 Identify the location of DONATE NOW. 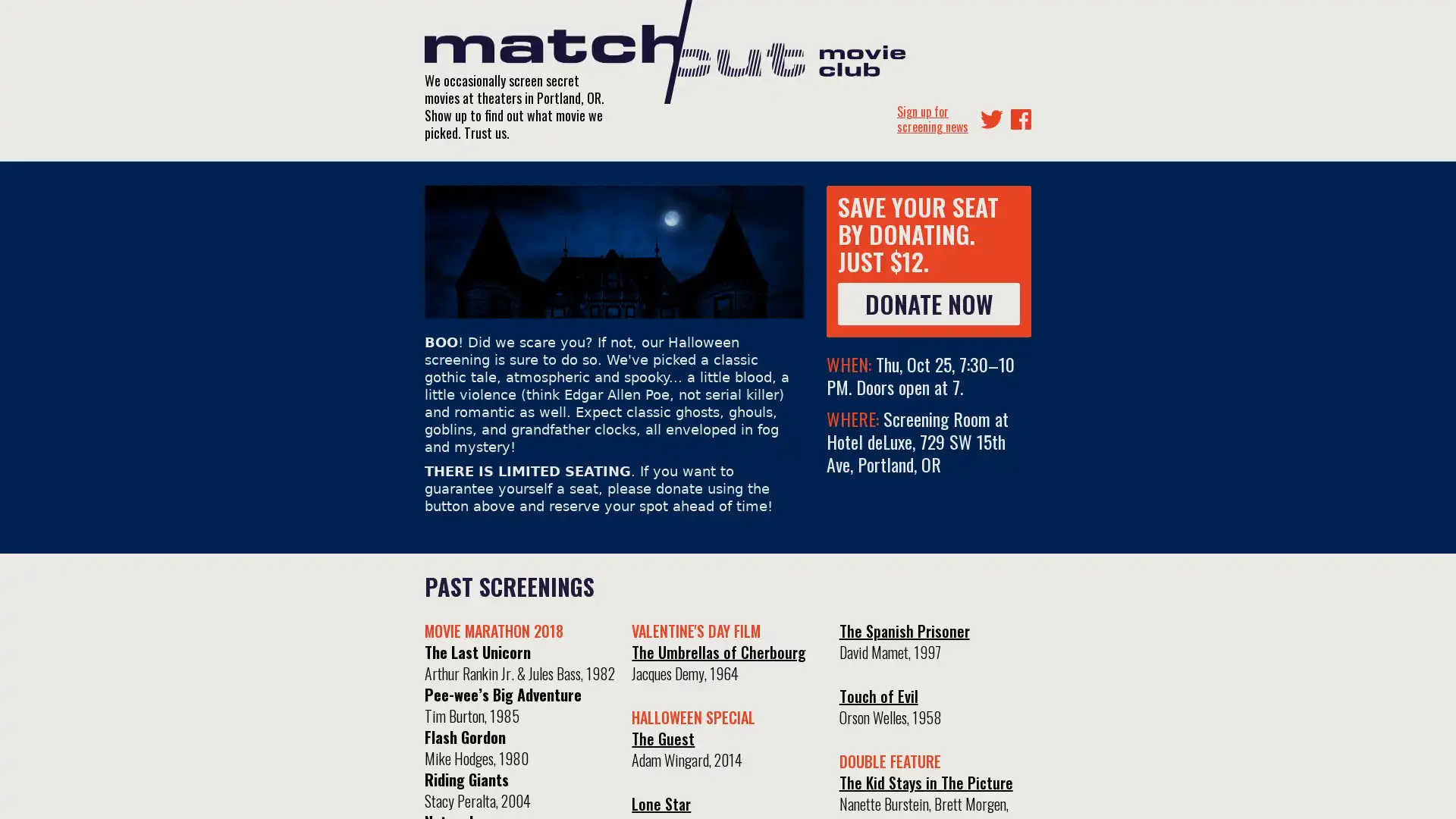
(927, 304).